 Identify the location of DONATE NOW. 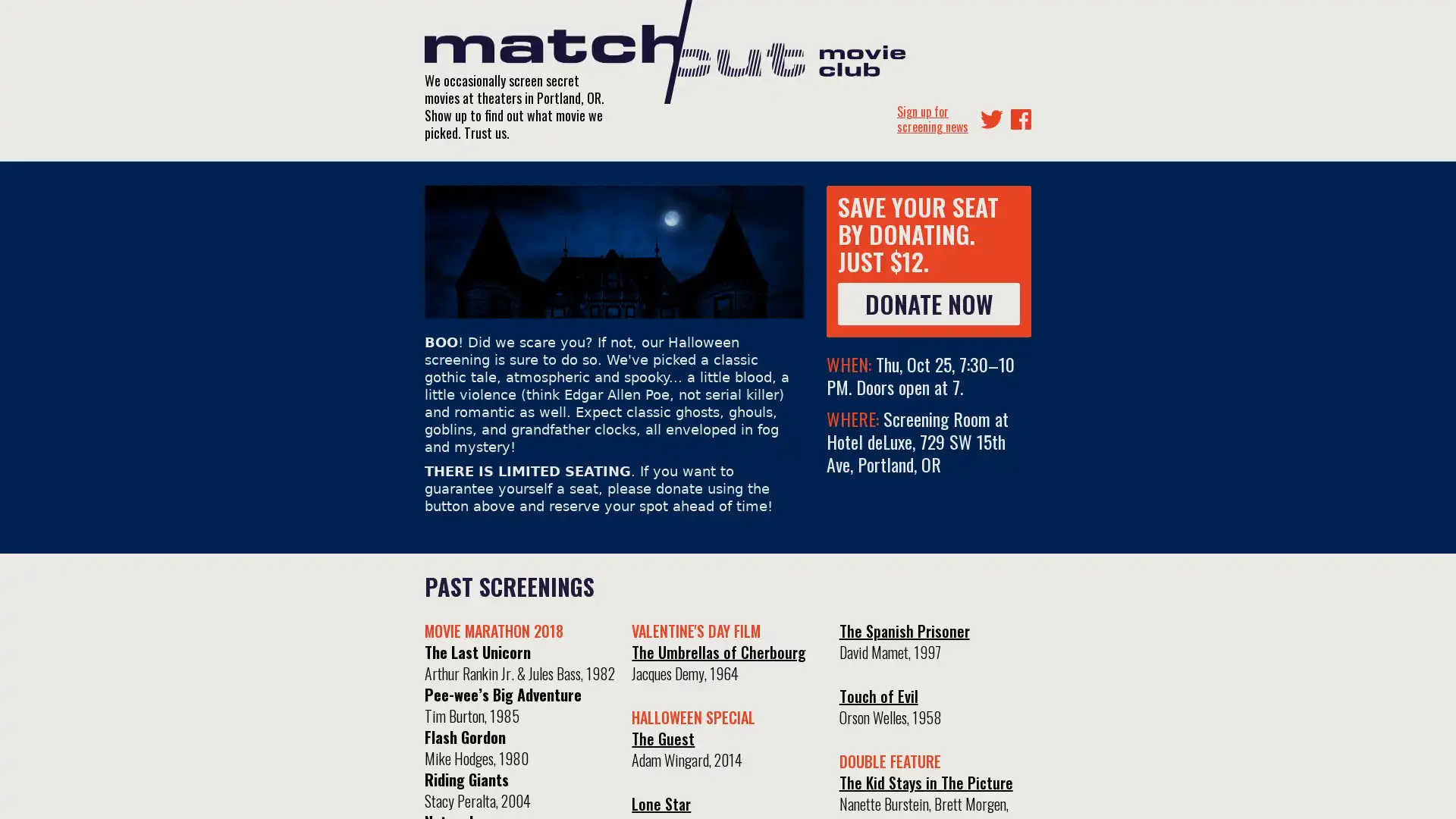
(927, 304).